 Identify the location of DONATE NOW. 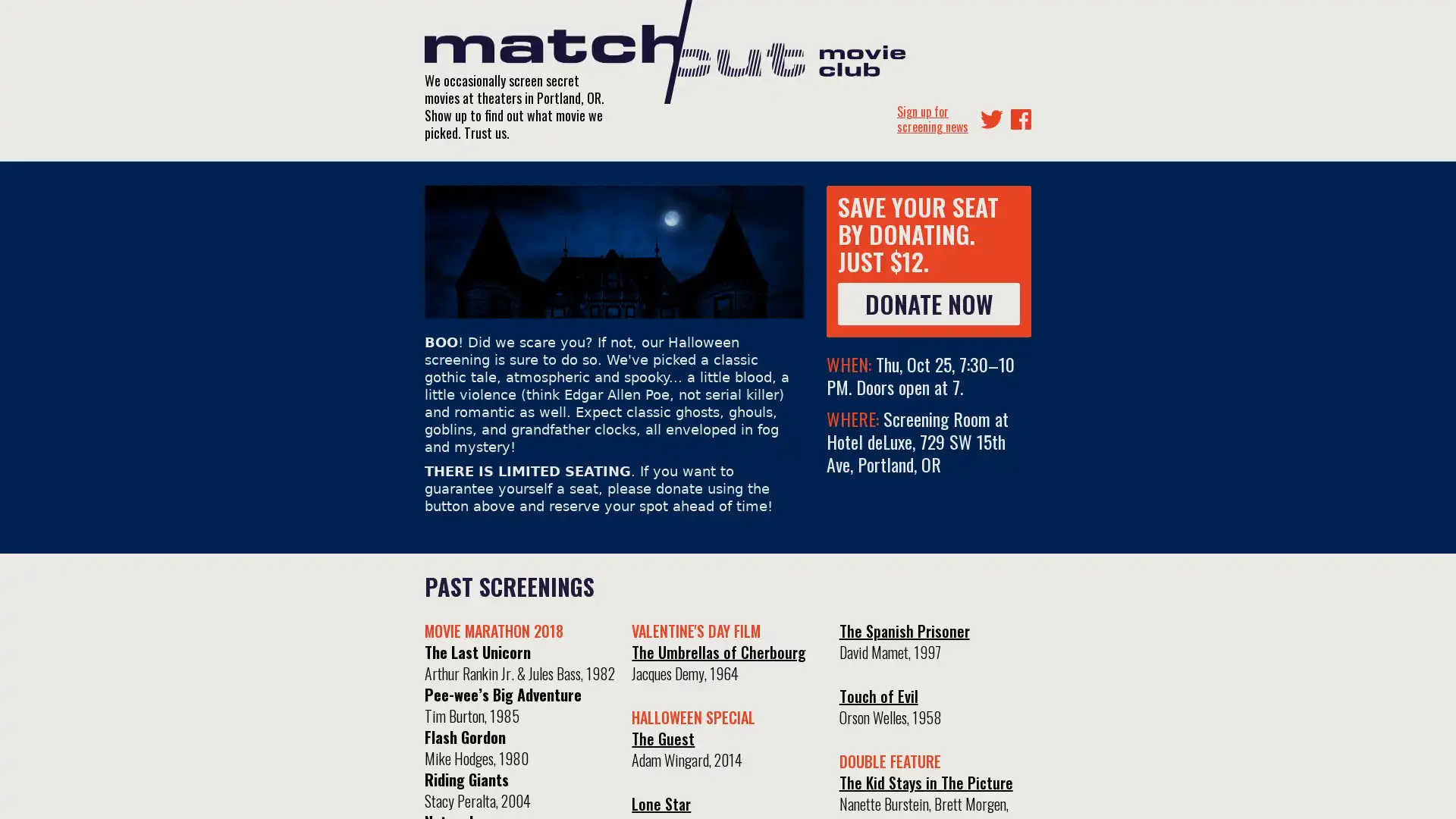
(927, 304).